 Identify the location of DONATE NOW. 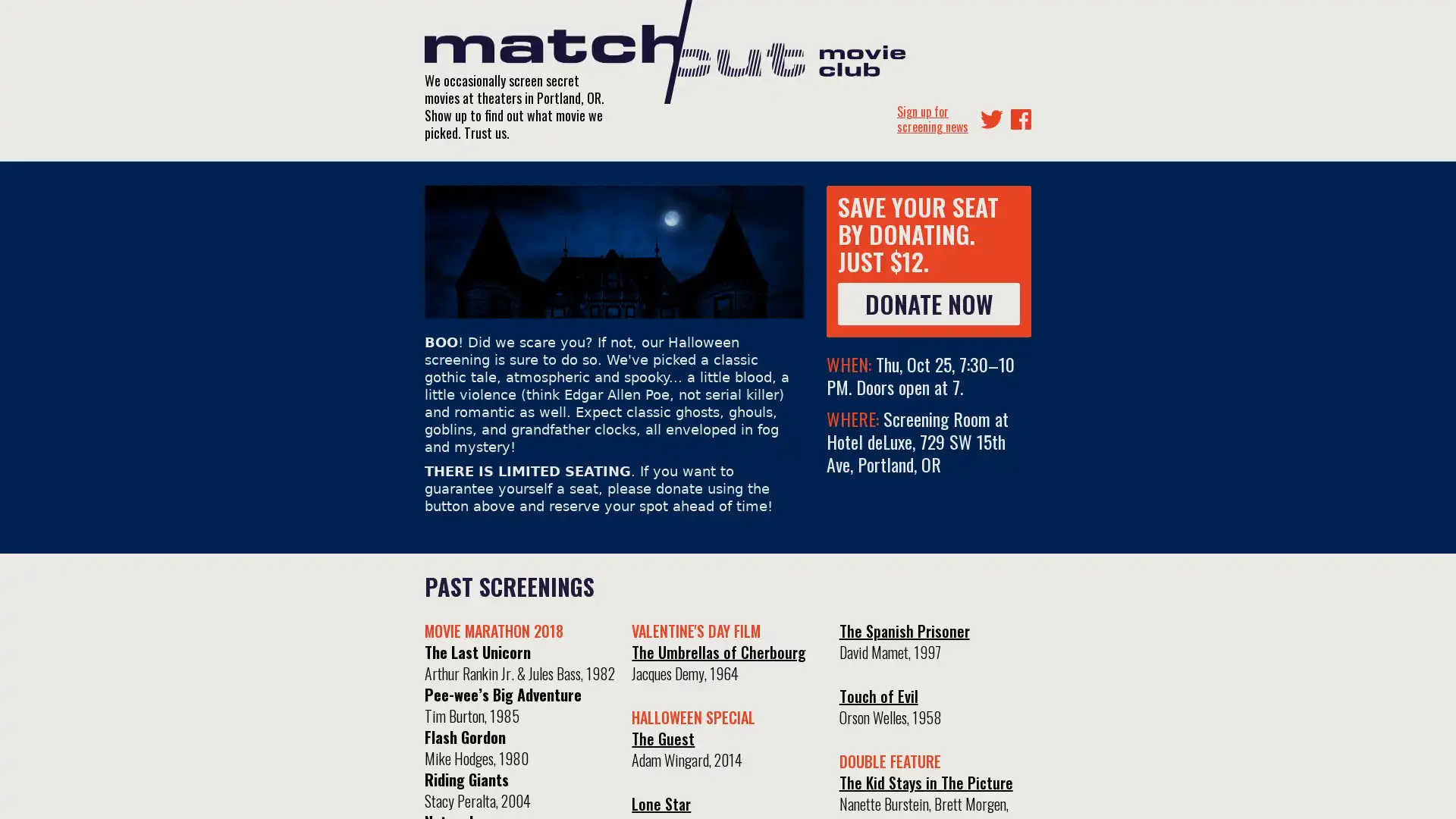
(927, 304).